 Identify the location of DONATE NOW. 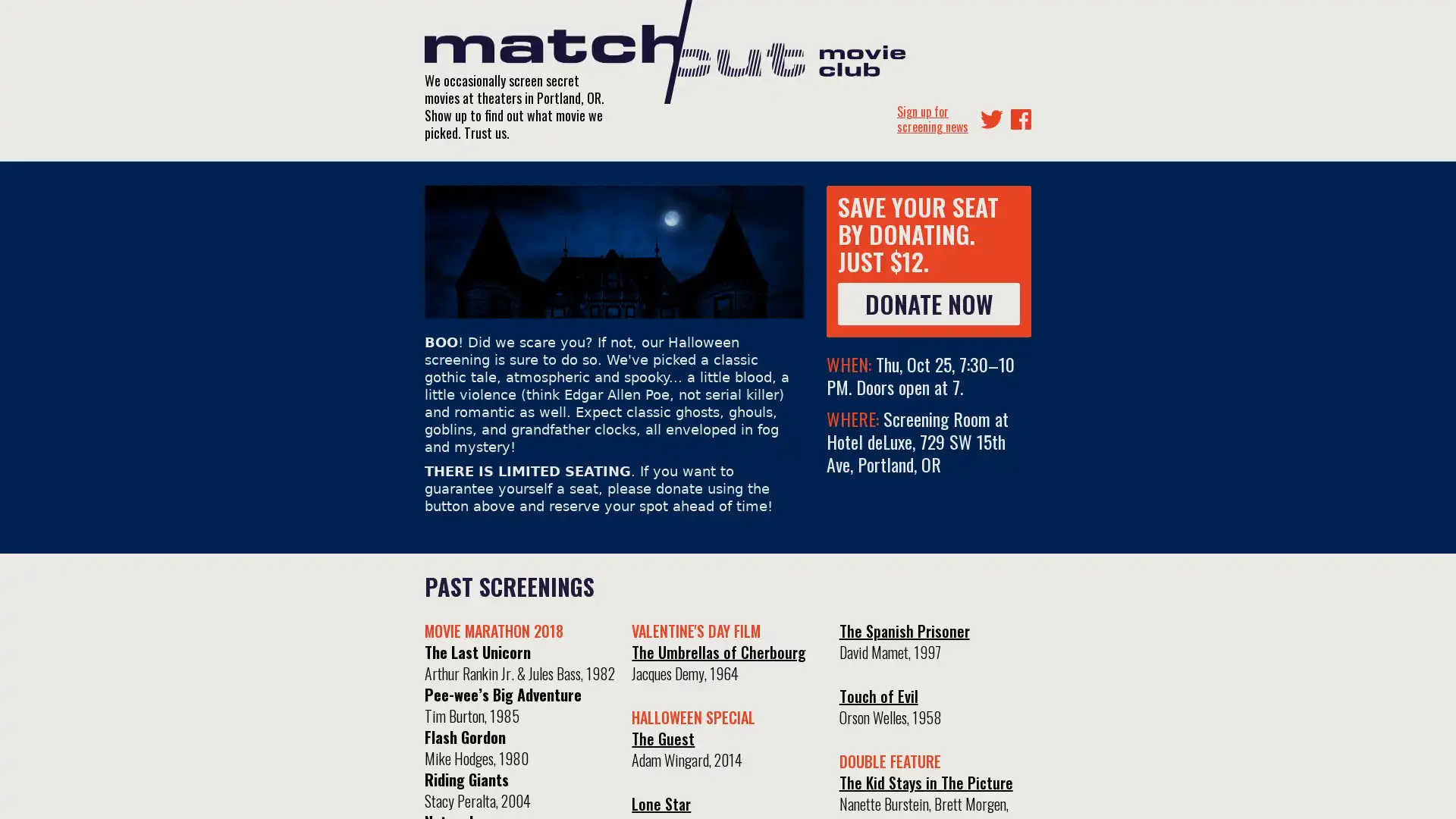
(927, 304).